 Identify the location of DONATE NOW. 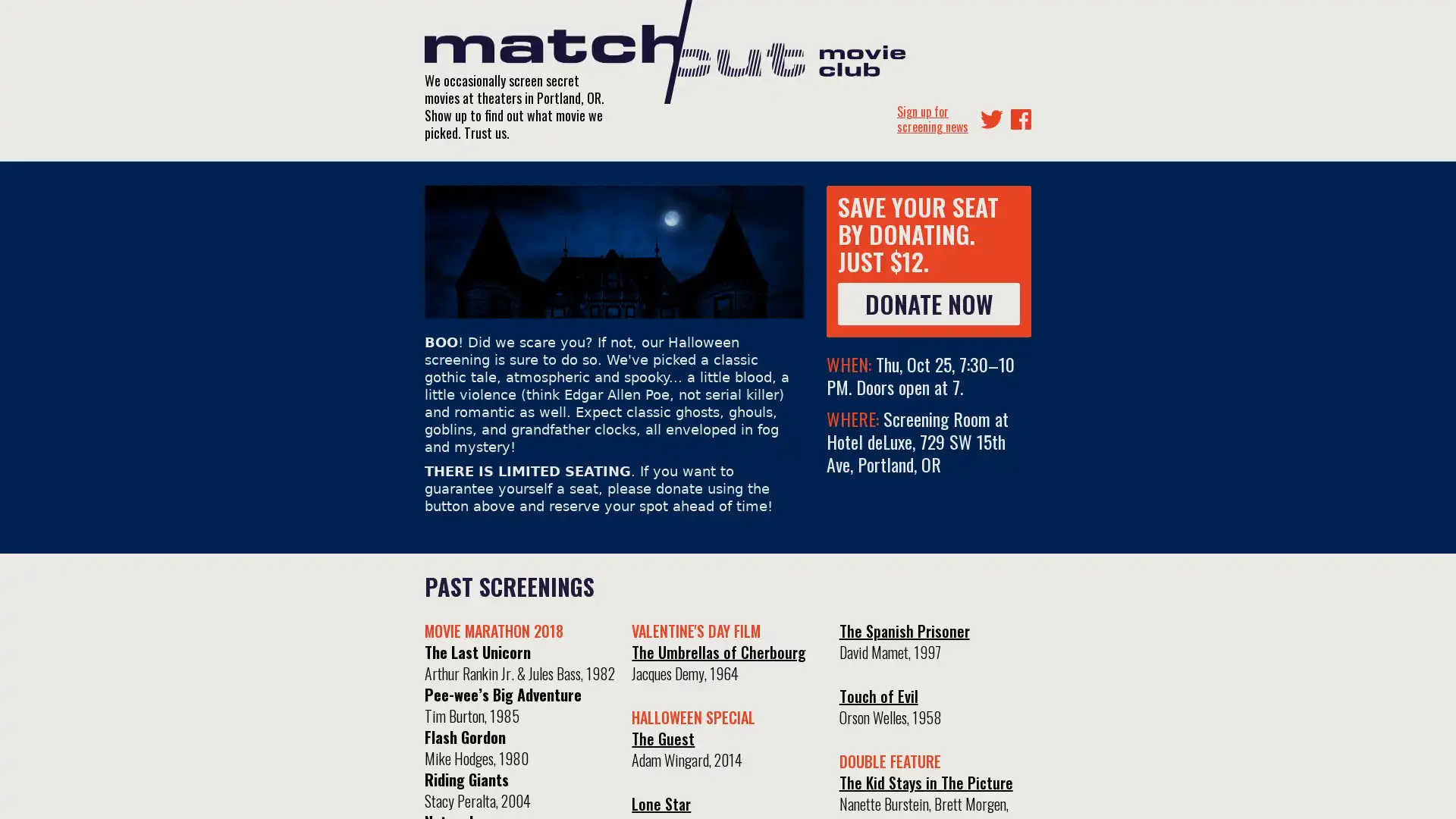
(927, 304).